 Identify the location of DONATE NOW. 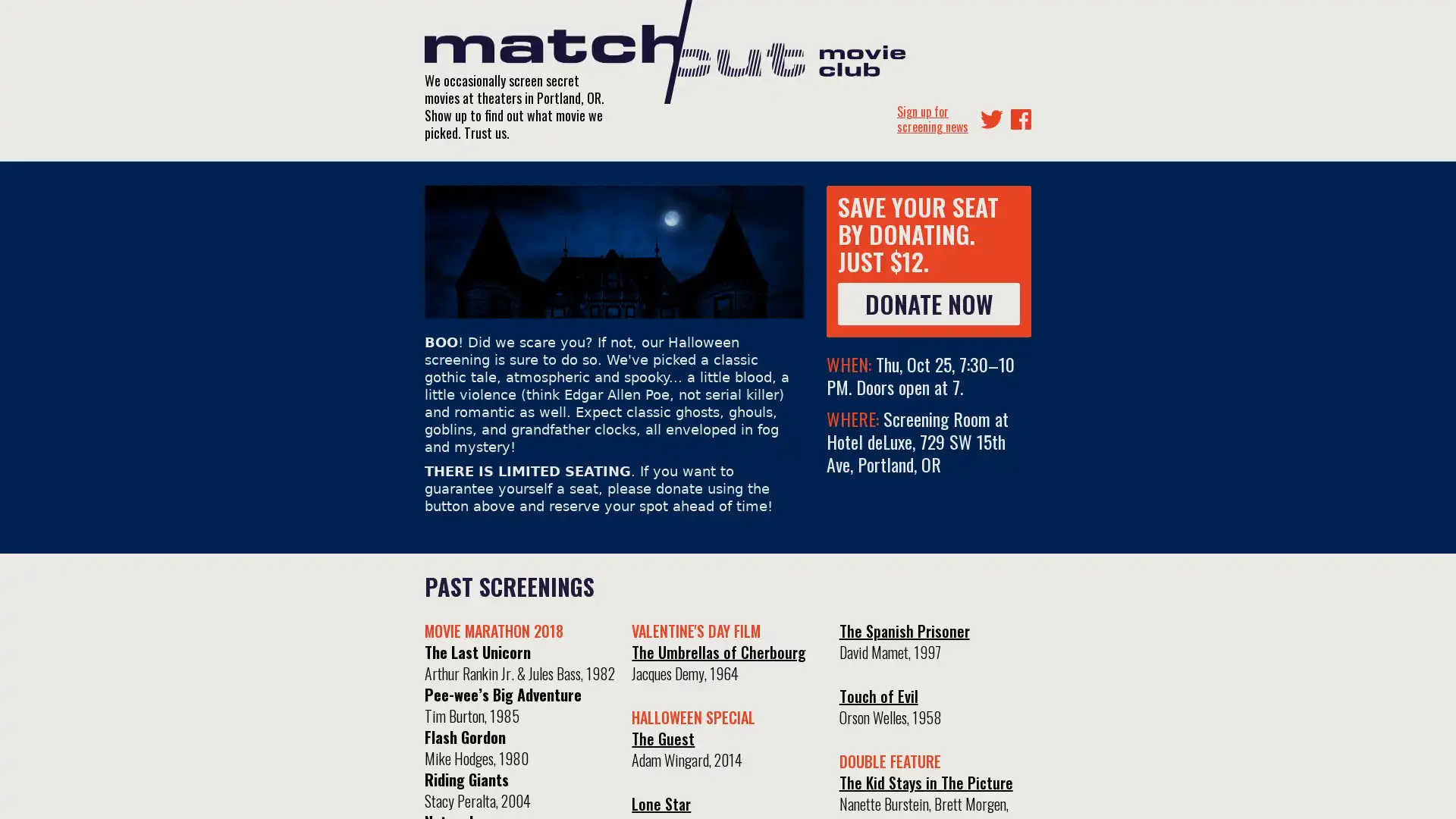
(927, 304).